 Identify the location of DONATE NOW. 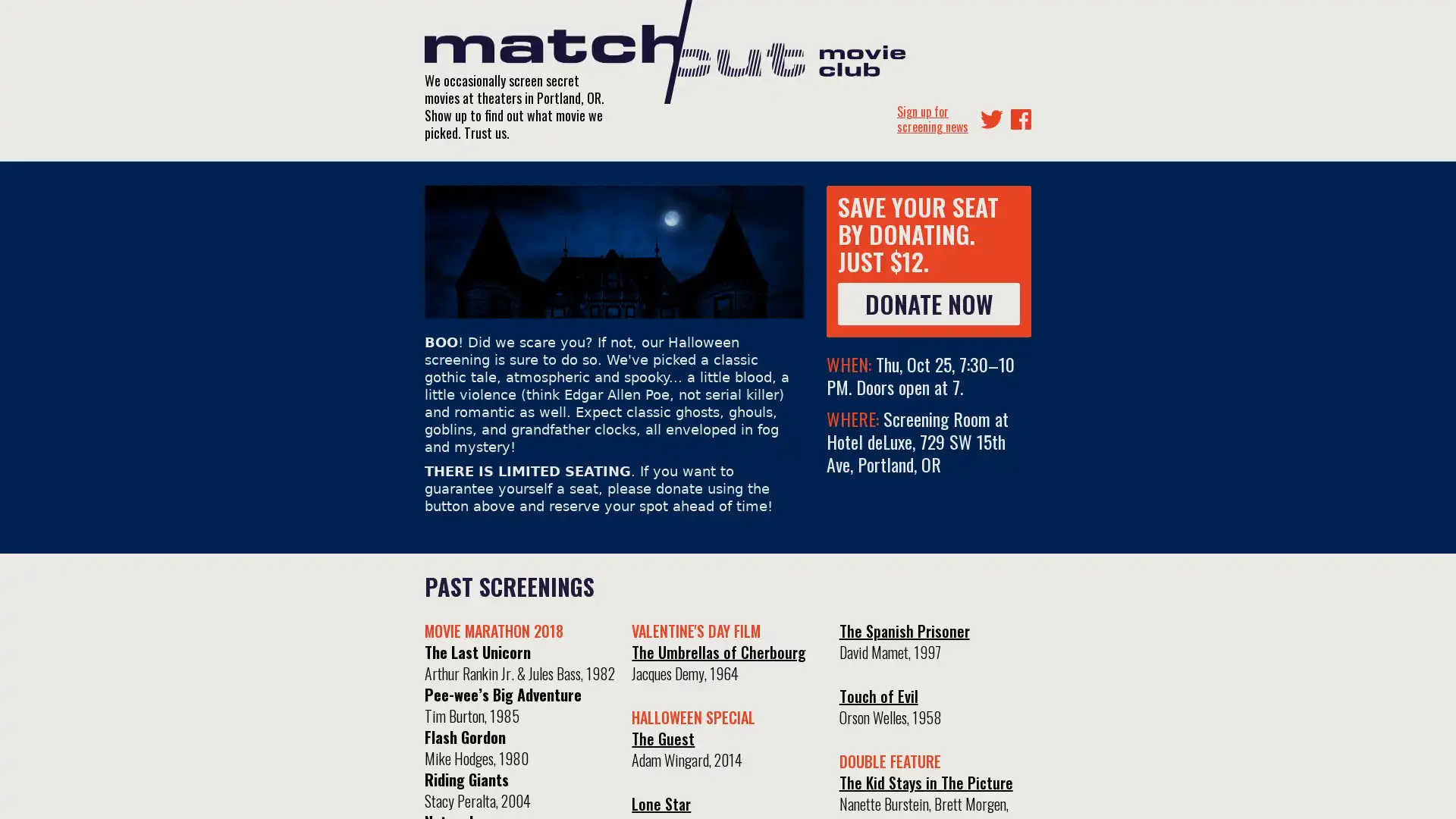
(927, 304).